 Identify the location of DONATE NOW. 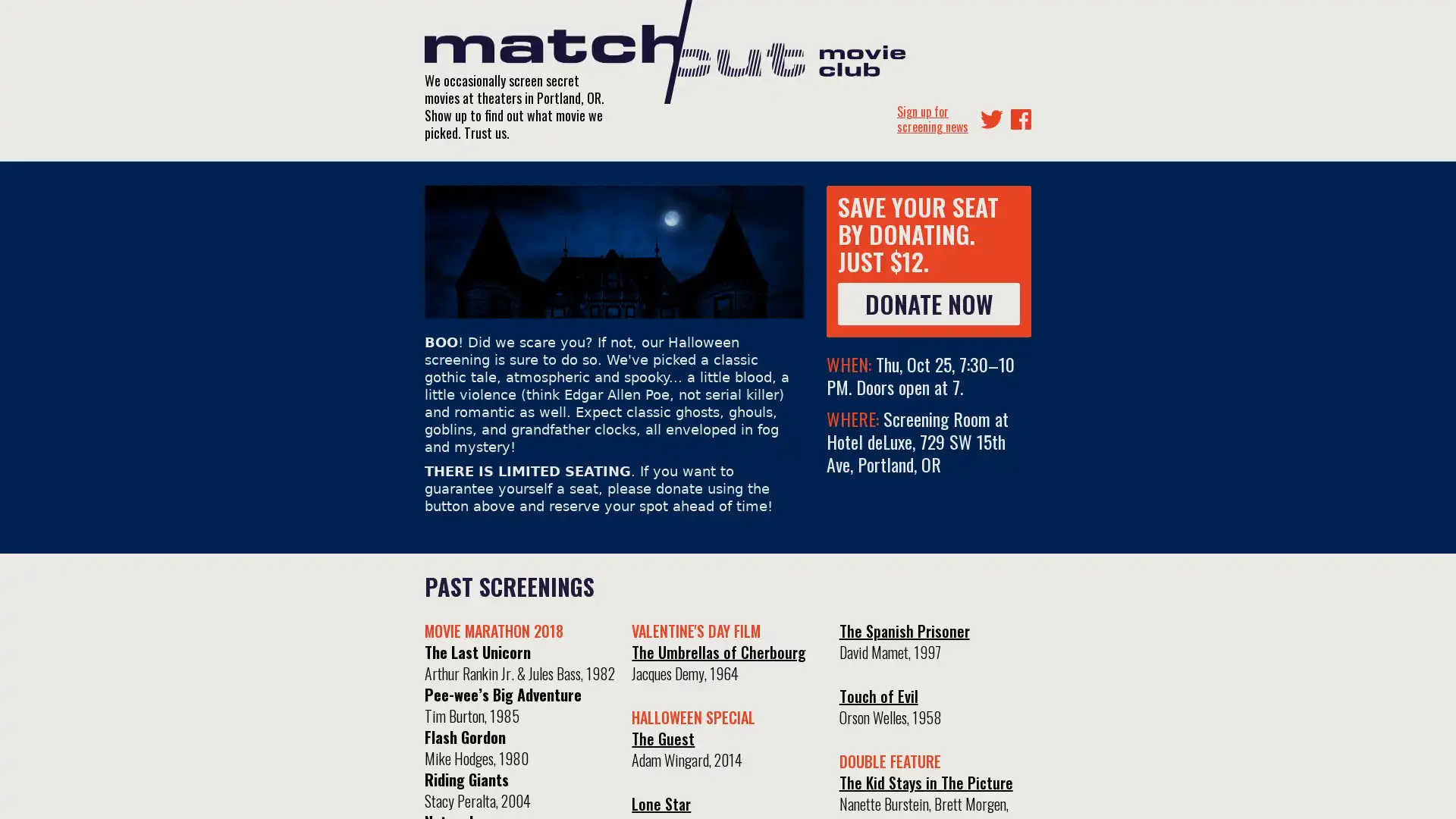
(927, 304).